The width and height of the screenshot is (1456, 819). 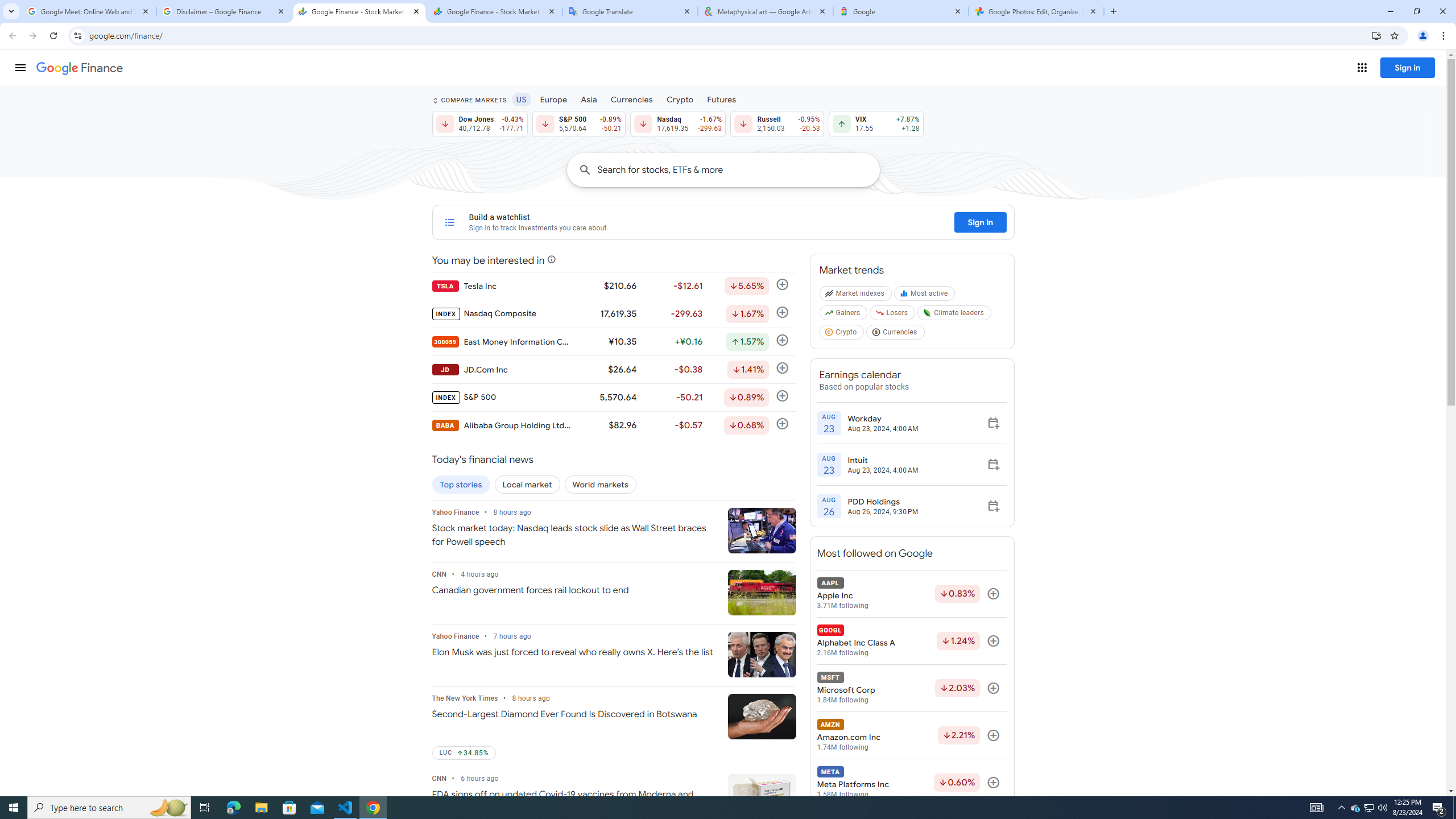 I want to click on 'LUC Up by 34.85%', so click(x=464, y=753).